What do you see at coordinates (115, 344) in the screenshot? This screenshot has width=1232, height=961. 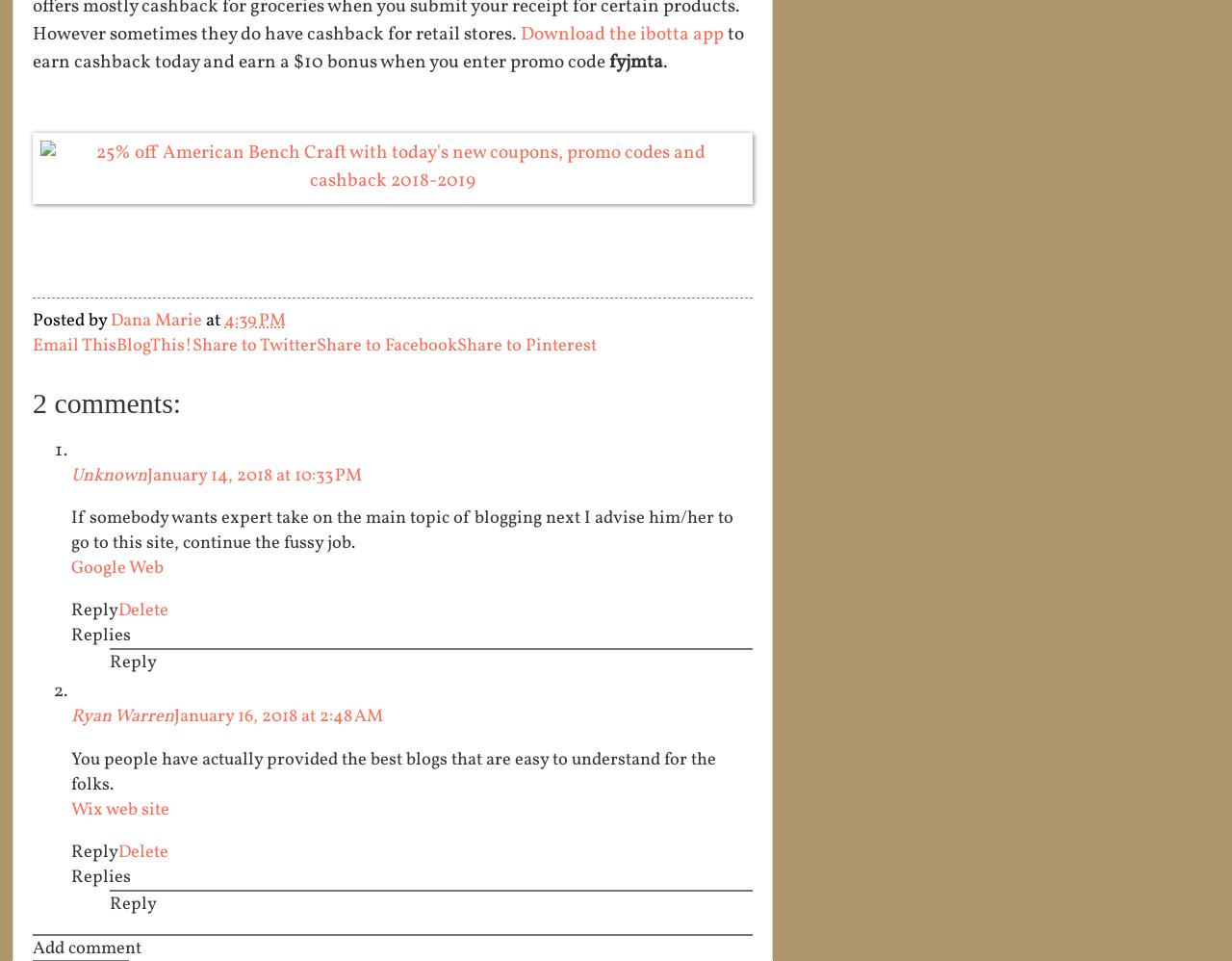 I see `'BlogThis!'` at bounding box center [115, 344].